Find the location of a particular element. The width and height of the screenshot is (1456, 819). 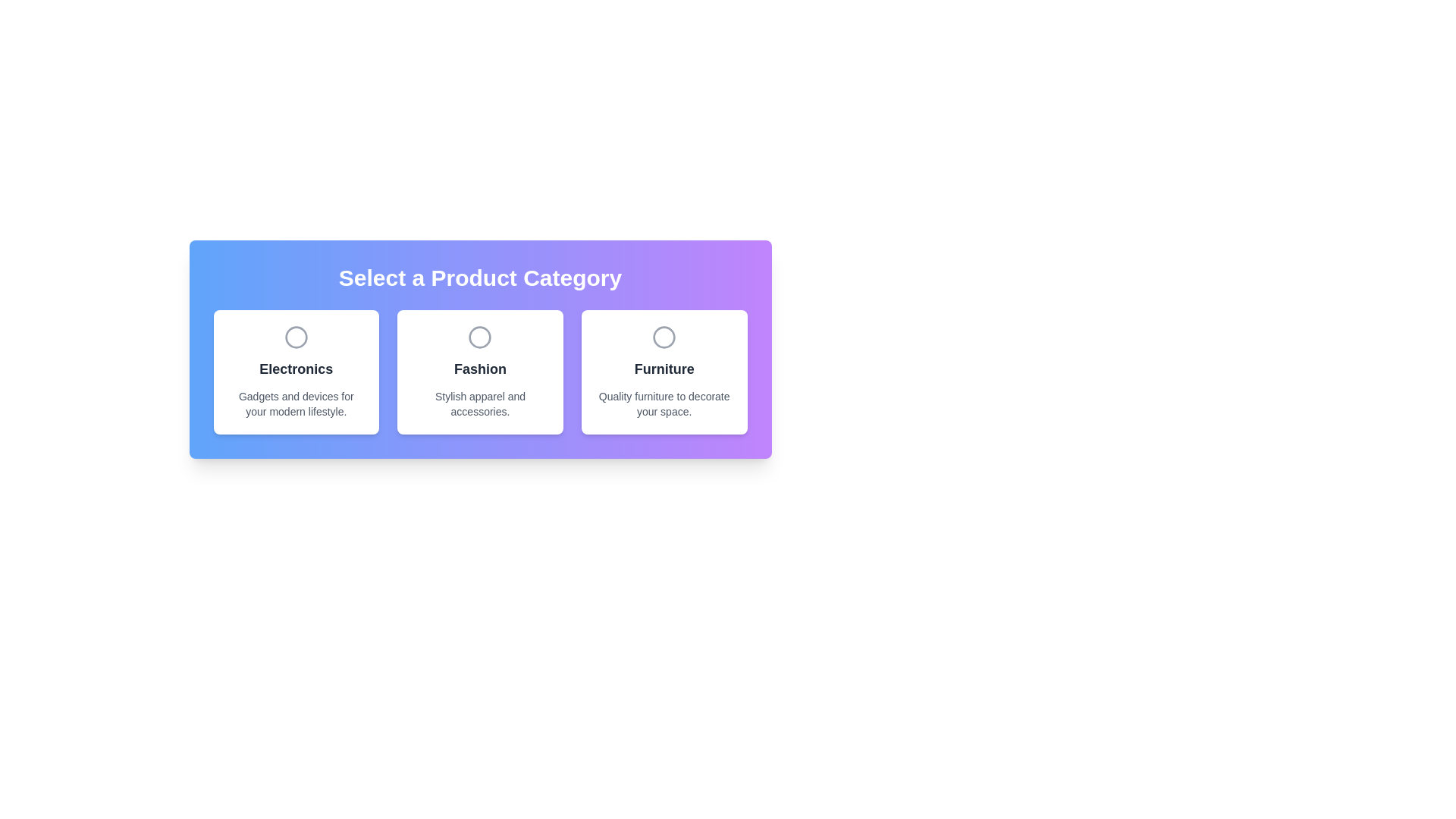

the circular icon with a gray outline located above the text 'Fashion' in the second category card is located at coordinates (479, 336).